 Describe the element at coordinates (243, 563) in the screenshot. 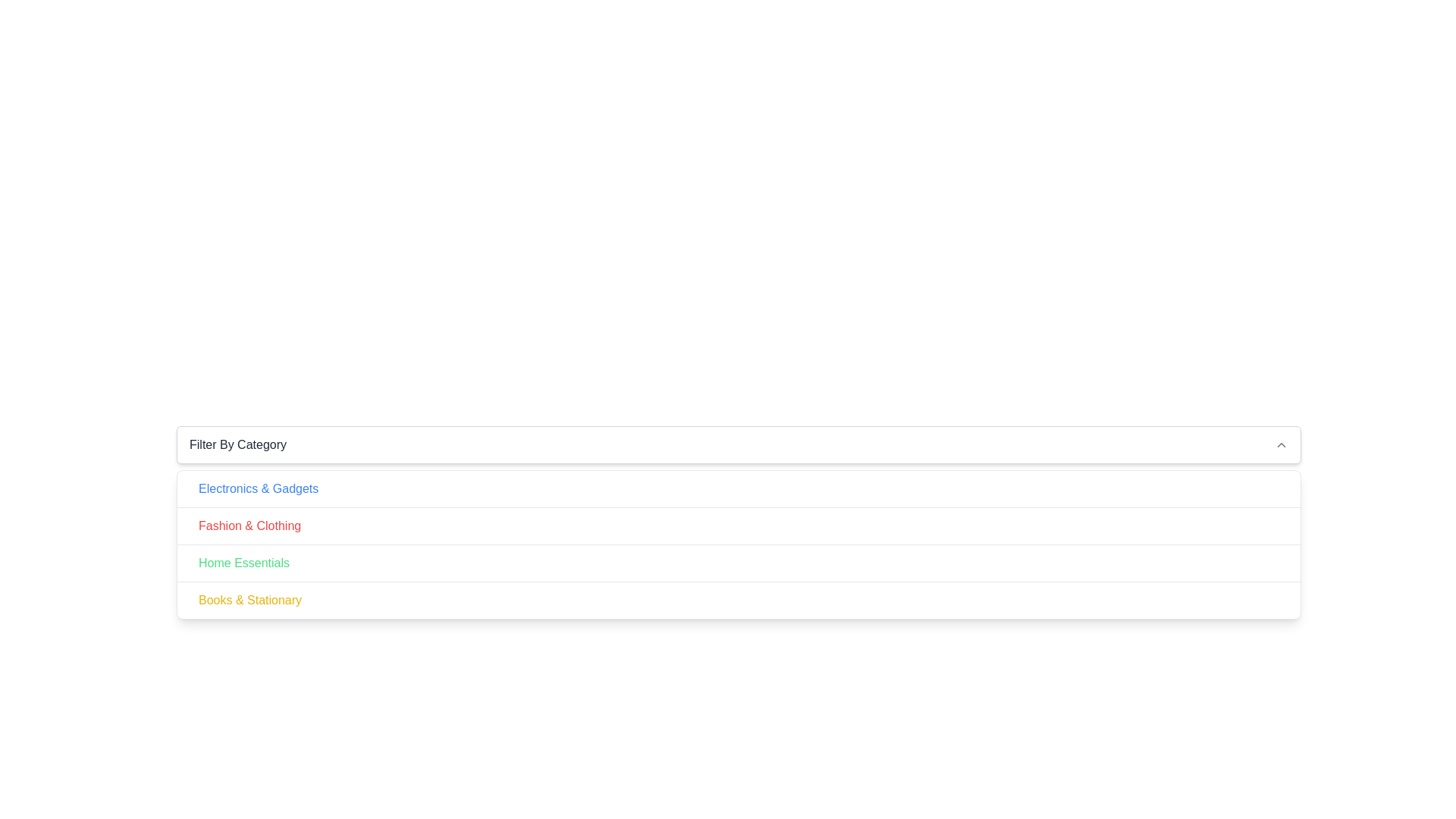

I see `the 'Home Essentials' category label` at that location.